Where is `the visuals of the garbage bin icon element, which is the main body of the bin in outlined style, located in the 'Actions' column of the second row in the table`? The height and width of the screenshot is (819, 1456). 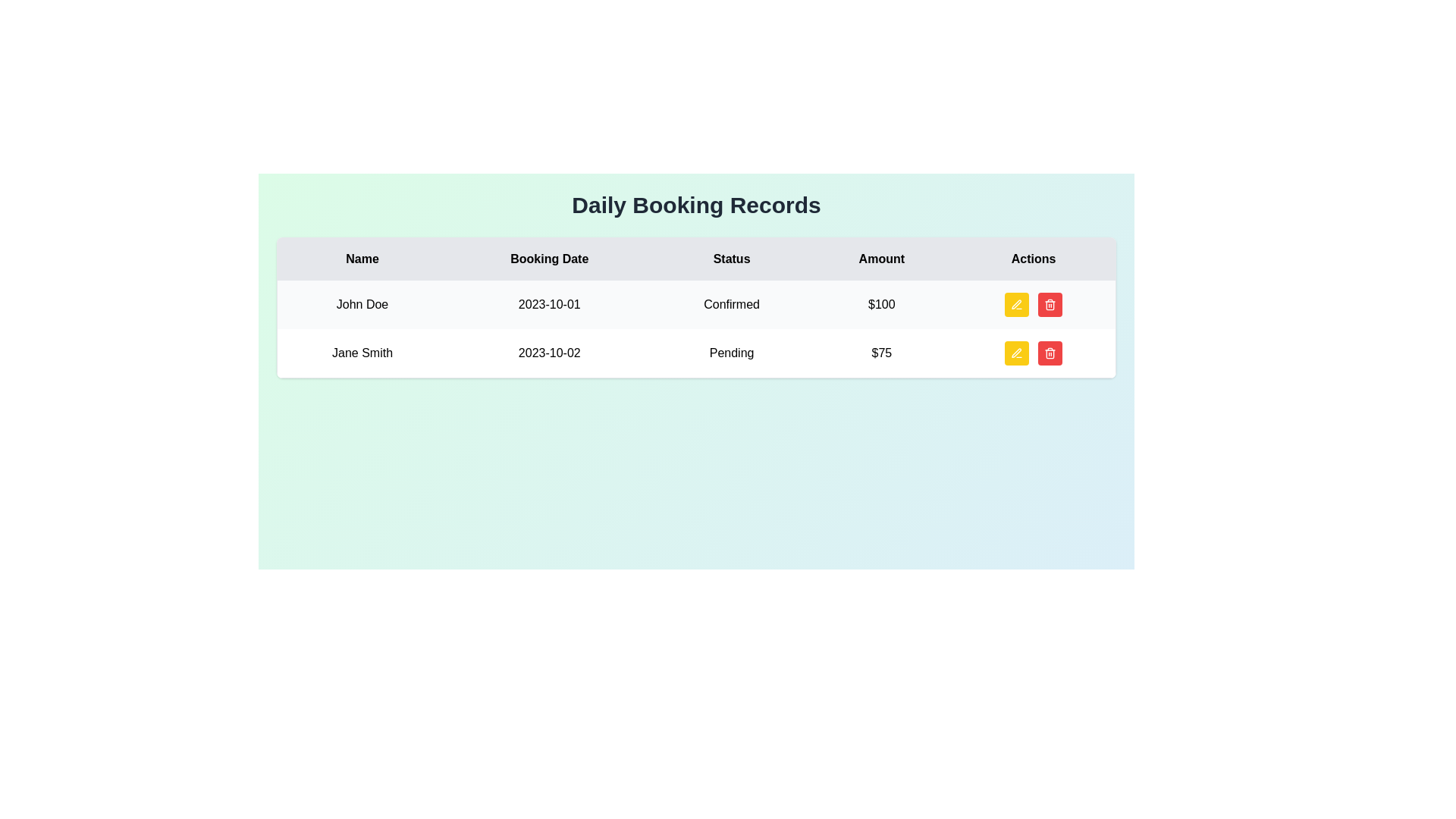 the visuals of the garbage bin icon element, which is the main body of the bin in outlined style, located in the 'Actions' column of the second row in the table is located at coordinates (1050, 306).